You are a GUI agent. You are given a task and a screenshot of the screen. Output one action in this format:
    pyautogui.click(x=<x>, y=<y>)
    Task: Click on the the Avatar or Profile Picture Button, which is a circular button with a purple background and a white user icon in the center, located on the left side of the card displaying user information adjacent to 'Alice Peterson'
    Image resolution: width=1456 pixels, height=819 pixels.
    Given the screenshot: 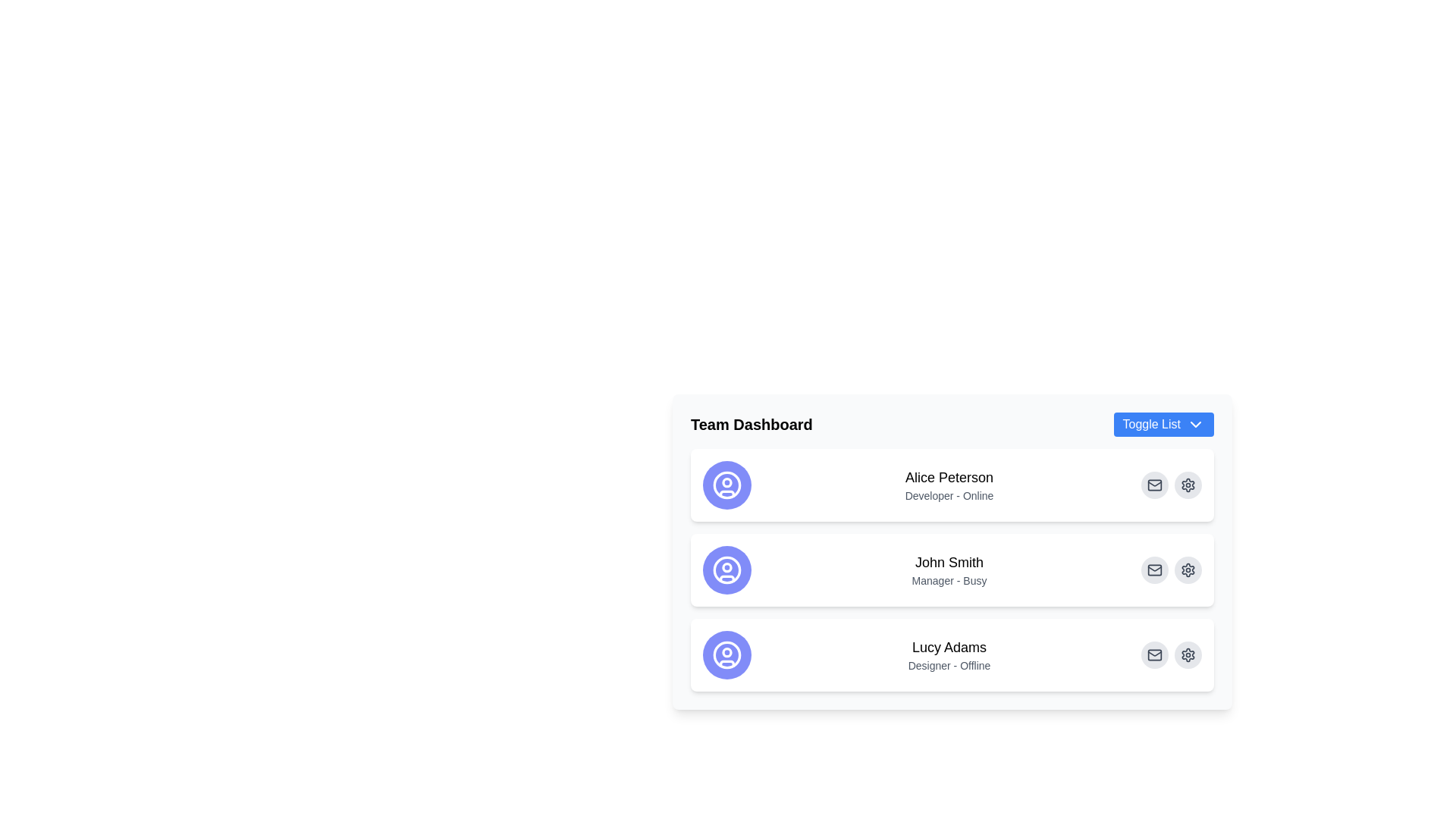 What is the action you would take?
    pyautogui.click(x=726, y=485)
    